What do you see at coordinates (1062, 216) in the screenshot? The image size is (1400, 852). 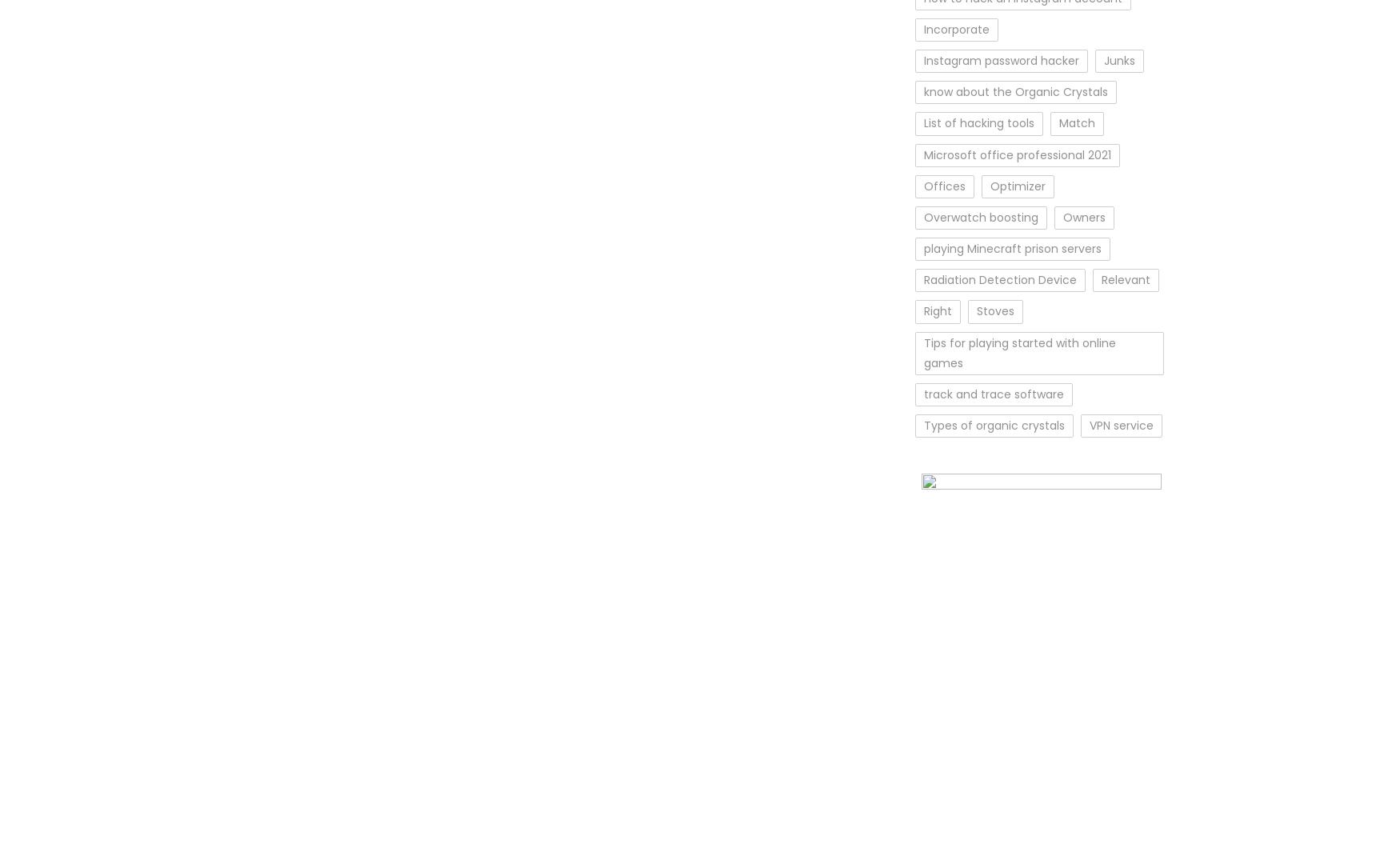 I see `'Owners'` at bounding box center [1062, 216].